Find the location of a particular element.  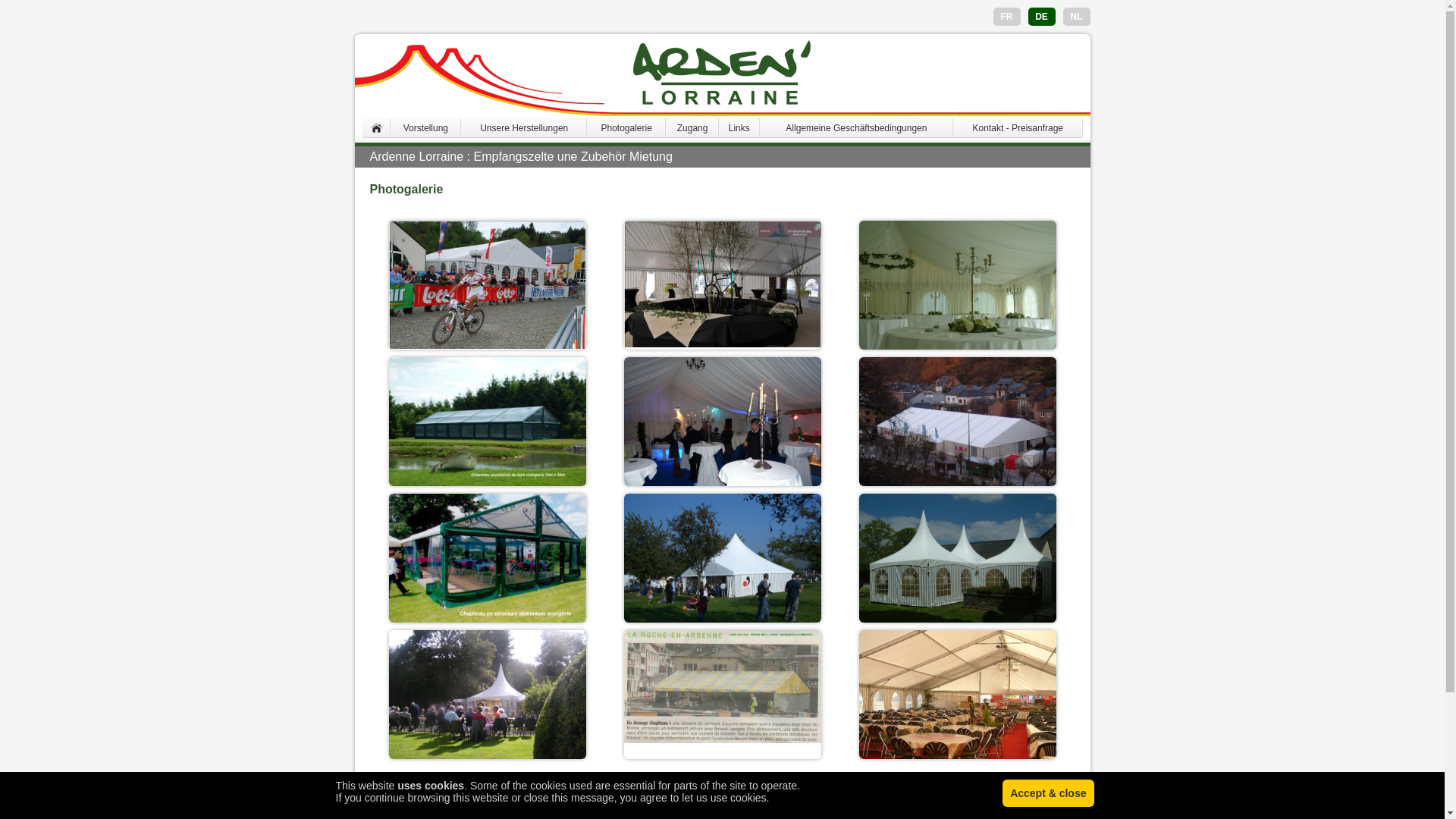

'NL' is located at coordinates (1076, 17).